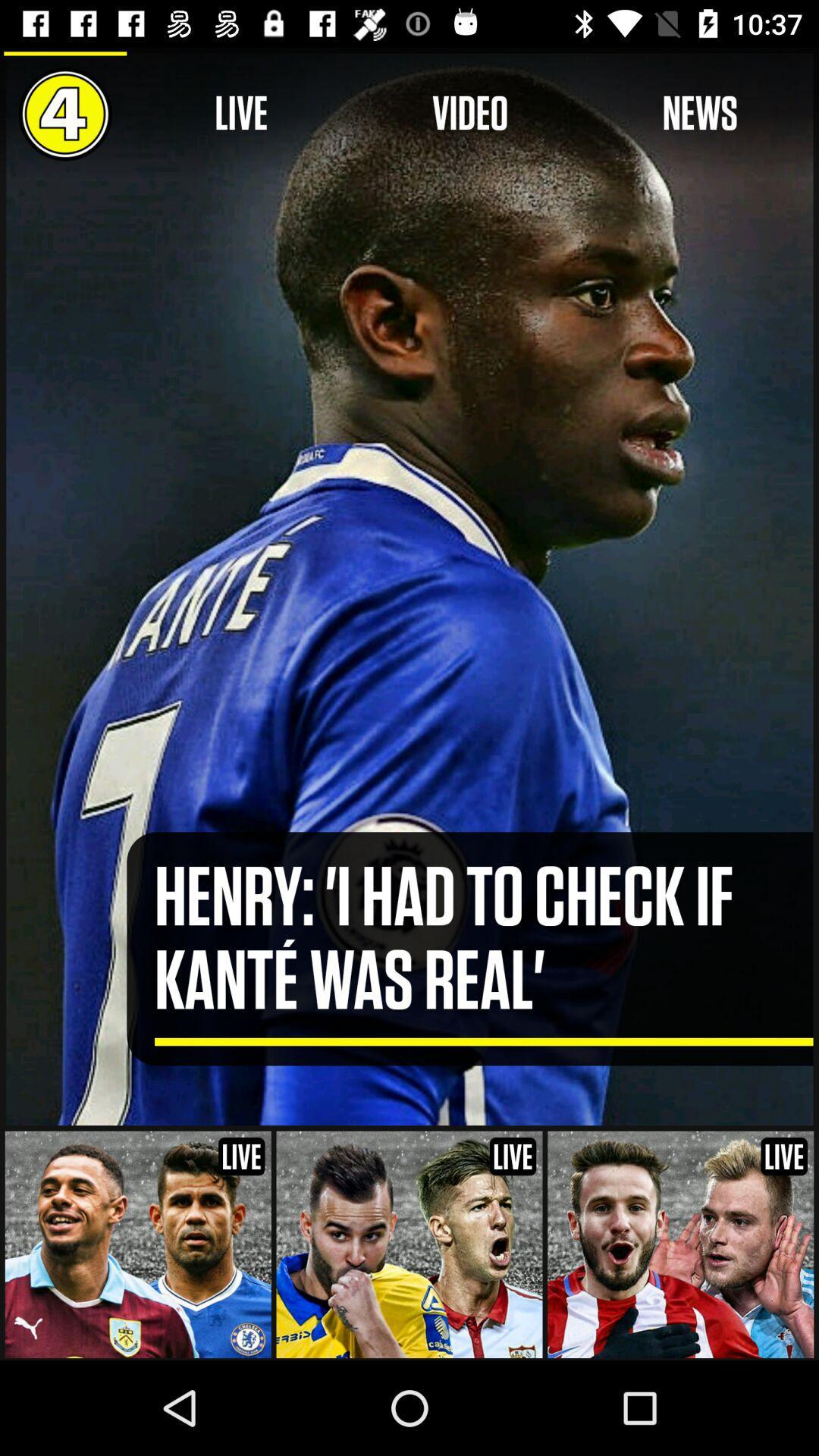  What do you see at coordinates (700, 113) in the screenshot?
I see `the app next to video` at bounding box center [700, 113].